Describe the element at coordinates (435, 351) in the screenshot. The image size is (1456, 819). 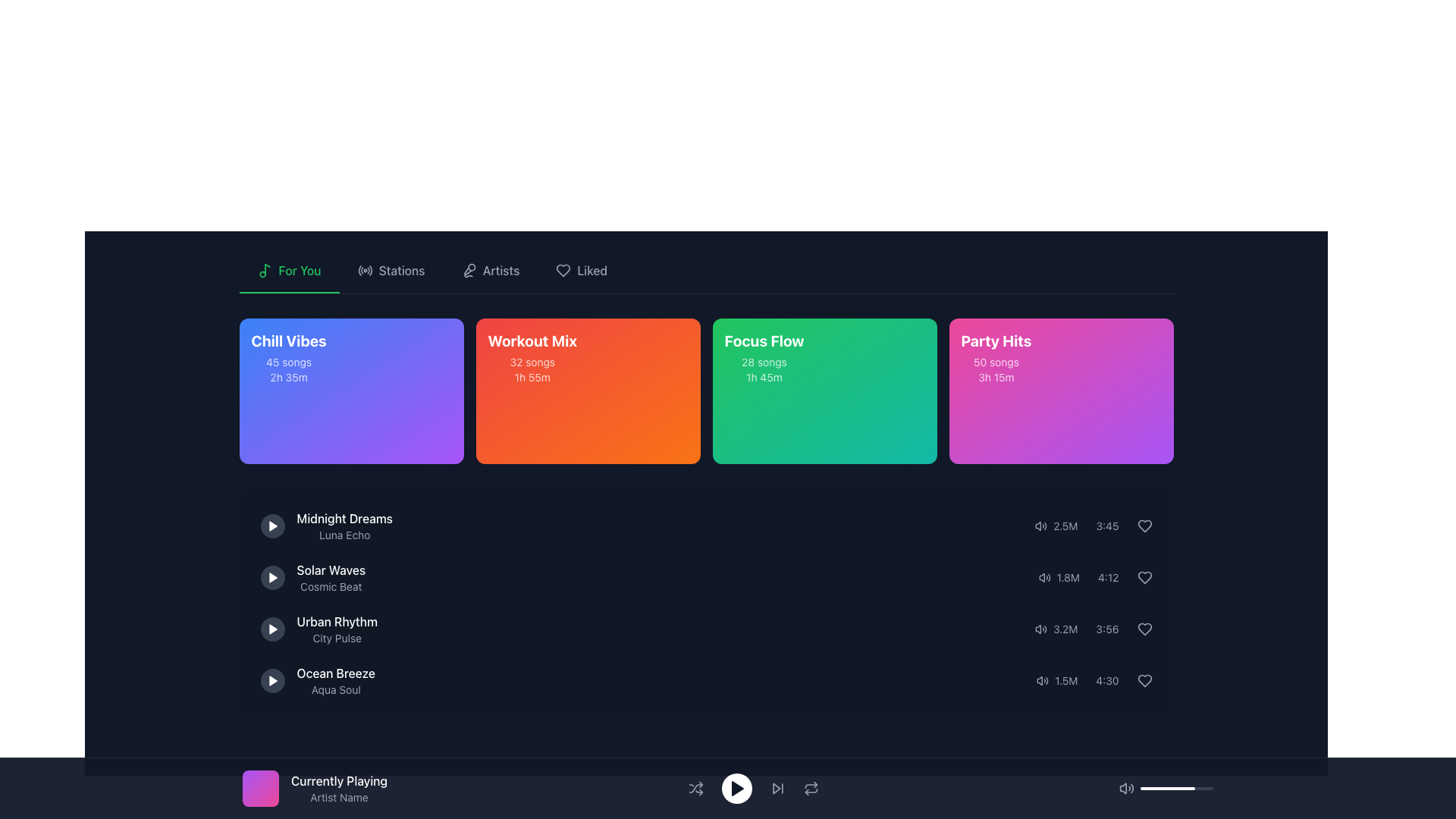
I see `the play button located at the upper-right corner of the 'Chill Vibes' card to initiate playback of the playlist` at that location.